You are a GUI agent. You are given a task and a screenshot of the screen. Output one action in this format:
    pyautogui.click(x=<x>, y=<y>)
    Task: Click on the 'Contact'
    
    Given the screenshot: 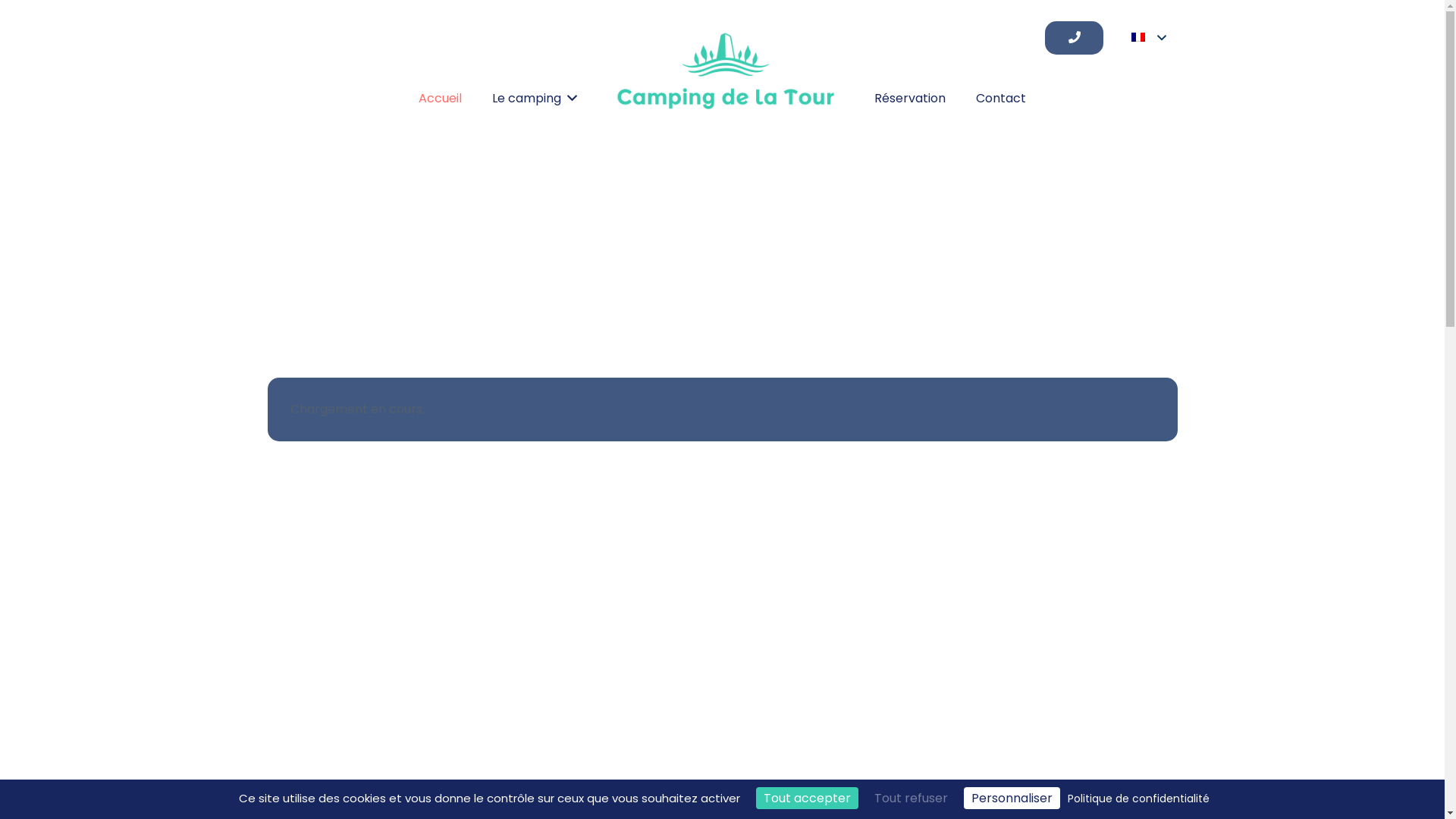 What is the action you would take?
    pyautogui.click(x=1001, y=99)
    